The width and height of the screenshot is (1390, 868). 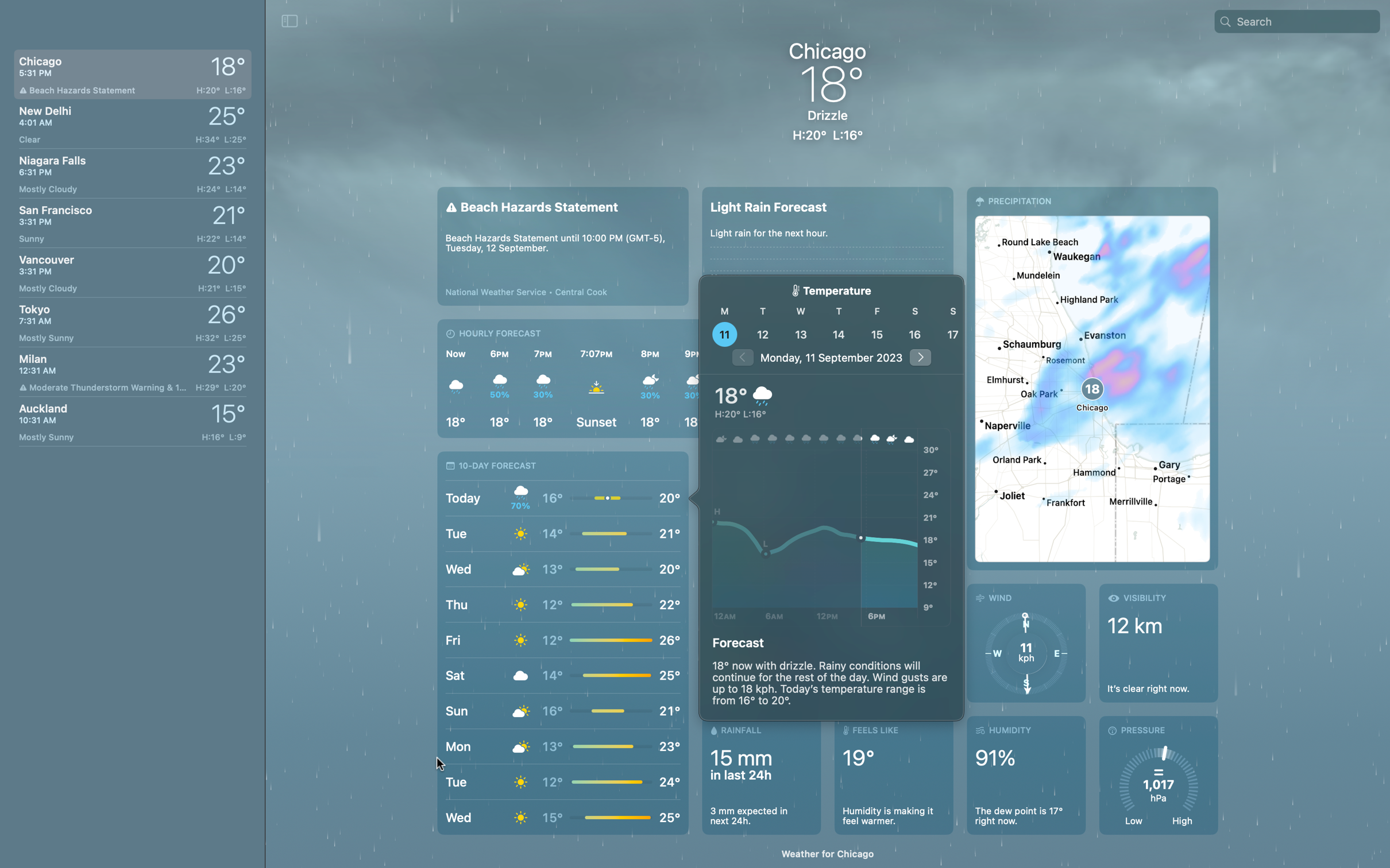 I want to click on For obtaining the 13th"s weather information, hit the date button, so click(x=801, y=334).